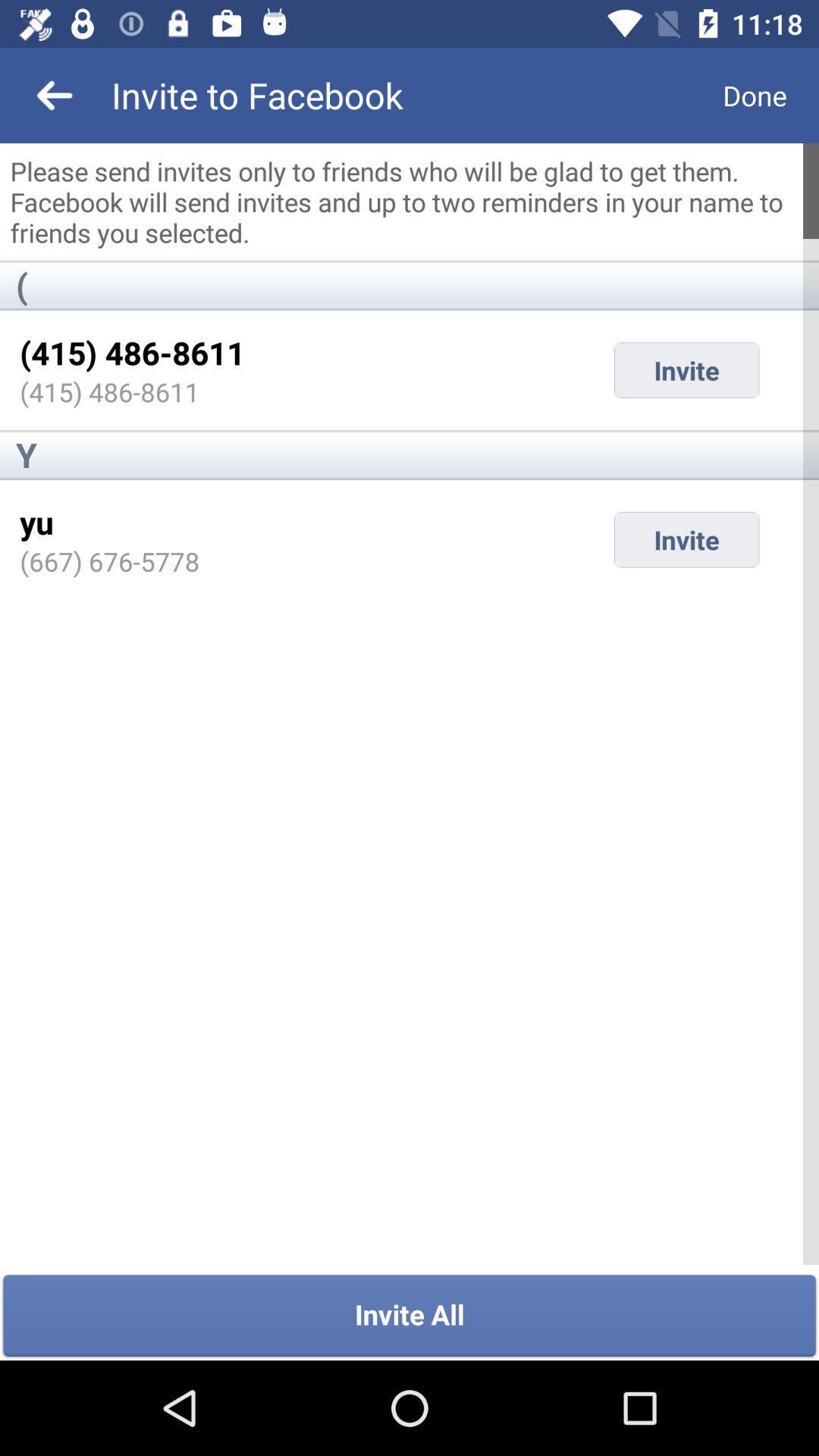 This screenshot has height=1456, width=819. Describe the element at coordinates (55, 94) in the screenshot. I see `the icon to the left of invite to facebook` at that location.